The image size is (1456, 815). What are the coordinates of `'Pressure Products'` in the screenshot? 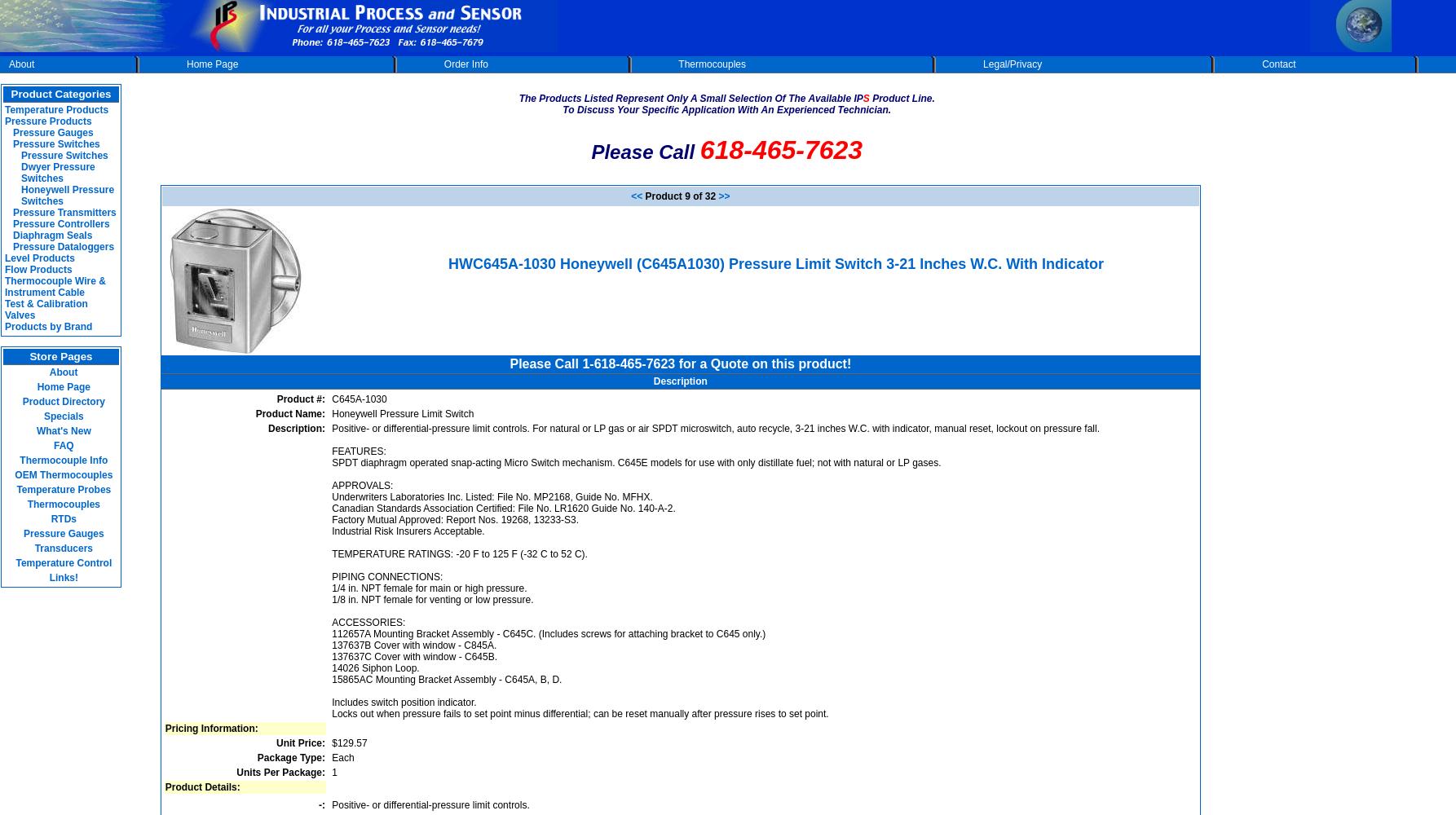 It's located at (47, 121).